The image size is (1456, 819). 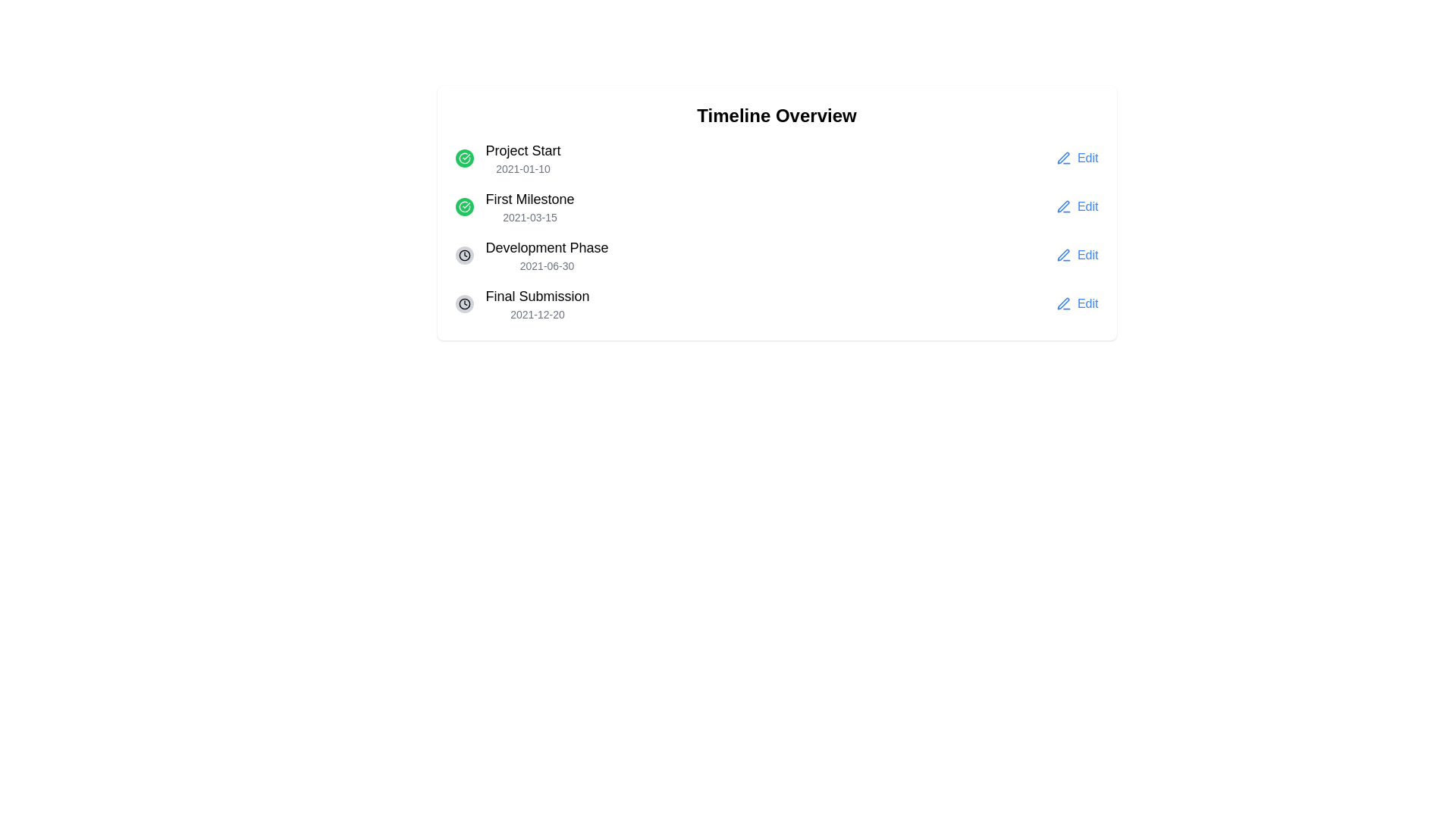 I want to click on the static text displaying the date '2021-03-15', which is located beneath the title 'First Milestone' in the timeline overview list, so click(x=530, y=217).